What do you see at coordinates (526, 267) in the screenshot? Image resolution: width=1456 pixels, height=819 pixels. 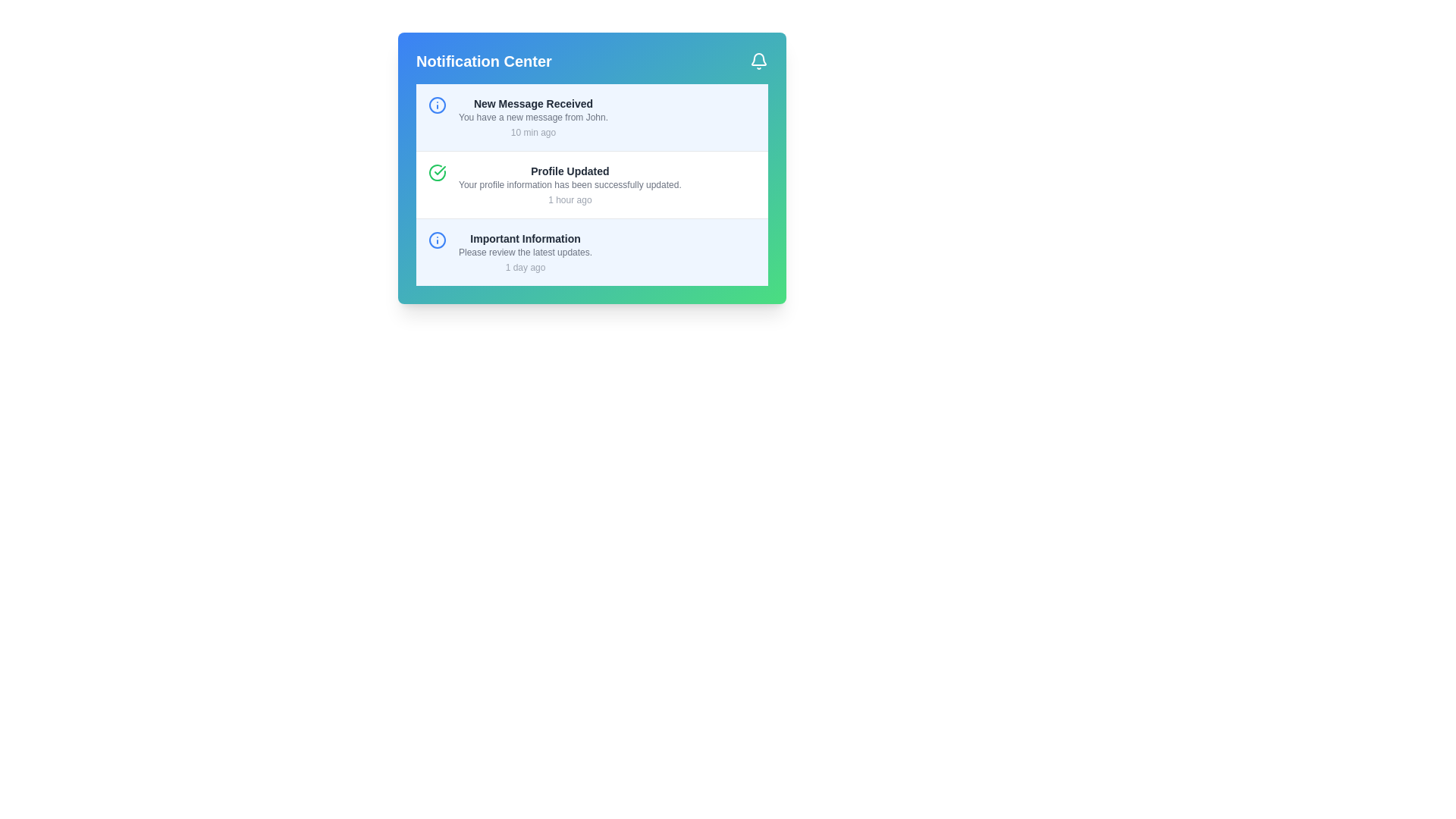 I see `the label indicating the time elapsed since the associated notification was created, located in the 'Important Information' notification box, below the text 'Please review the latest updates'` at bounding box center [526, 267].